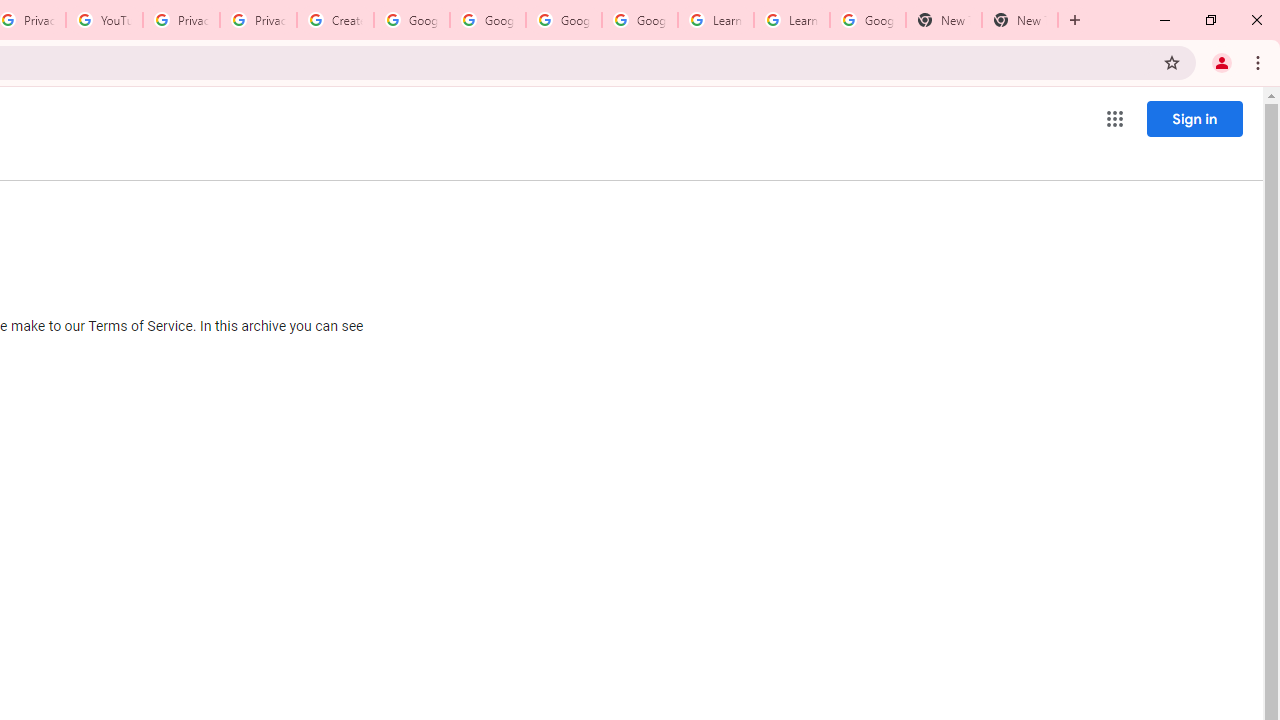  Describe the element at coordinates (488, 20) in the screenshot. I see `'Google Account Help'` at that location.